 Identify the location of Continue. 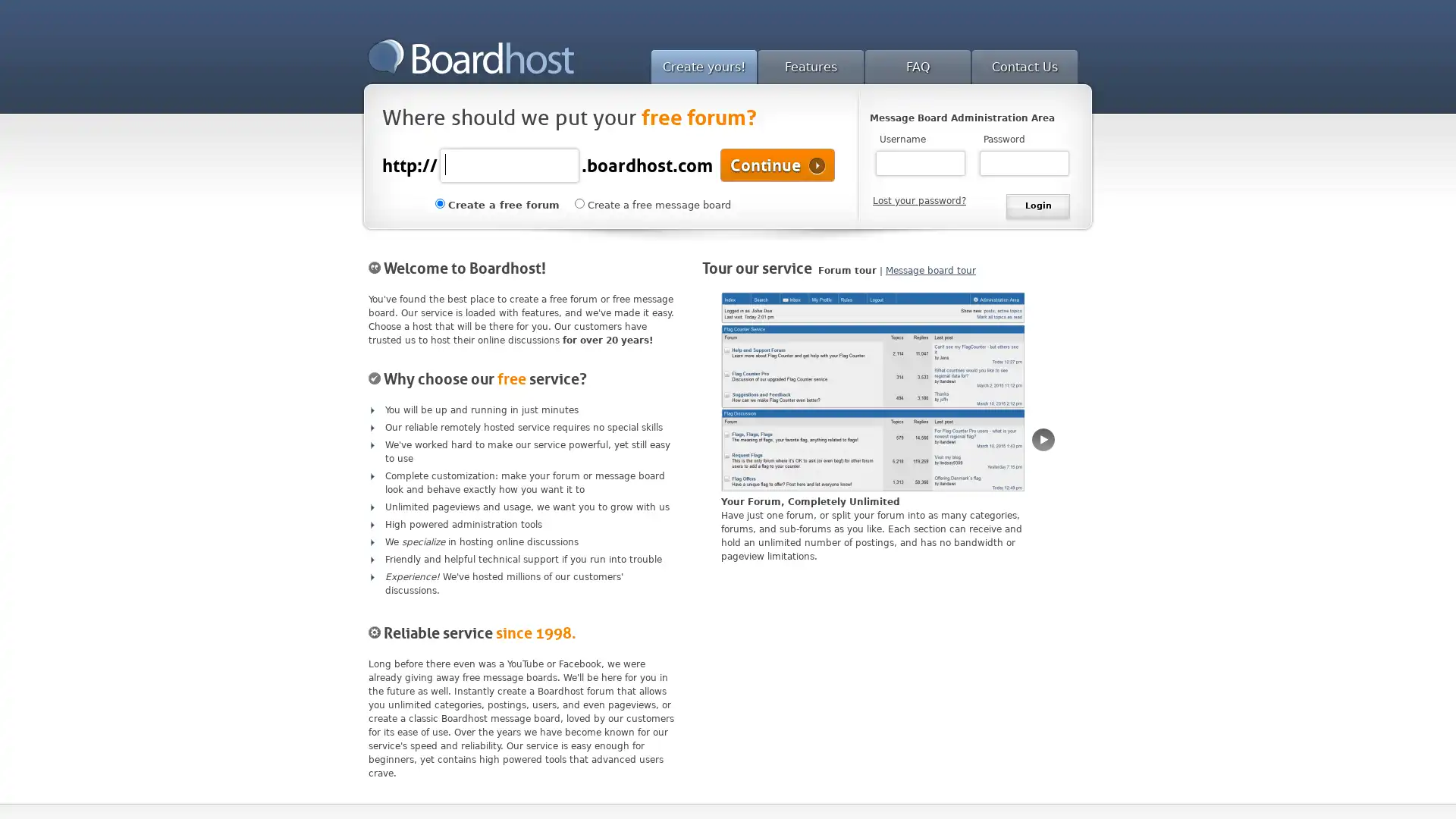
(777, 165).